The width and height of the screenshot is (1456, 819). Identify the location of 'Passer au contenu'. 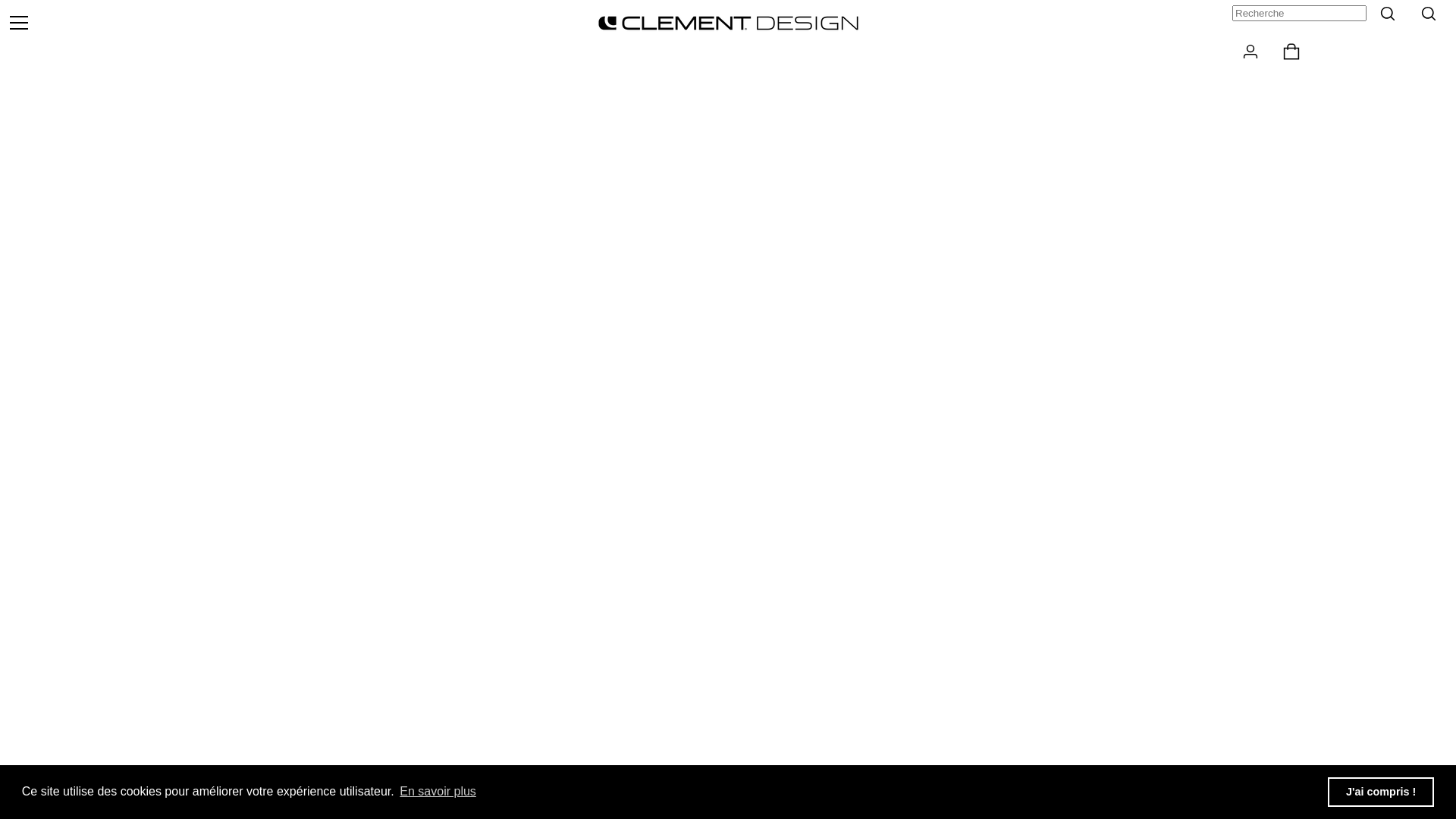
(0, 0).